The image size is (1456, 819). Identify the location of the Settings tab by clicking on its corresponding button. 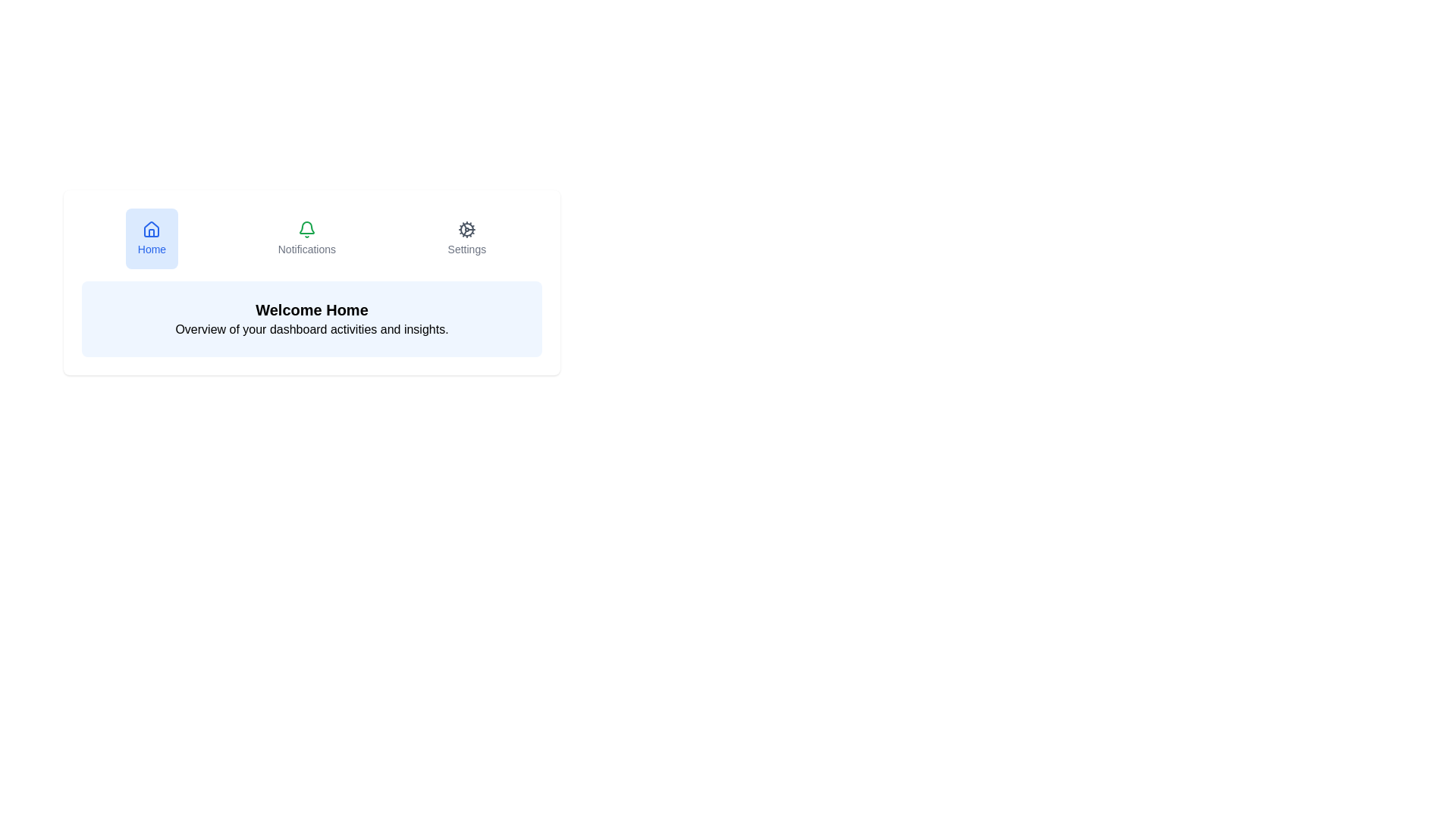
(466, 239).